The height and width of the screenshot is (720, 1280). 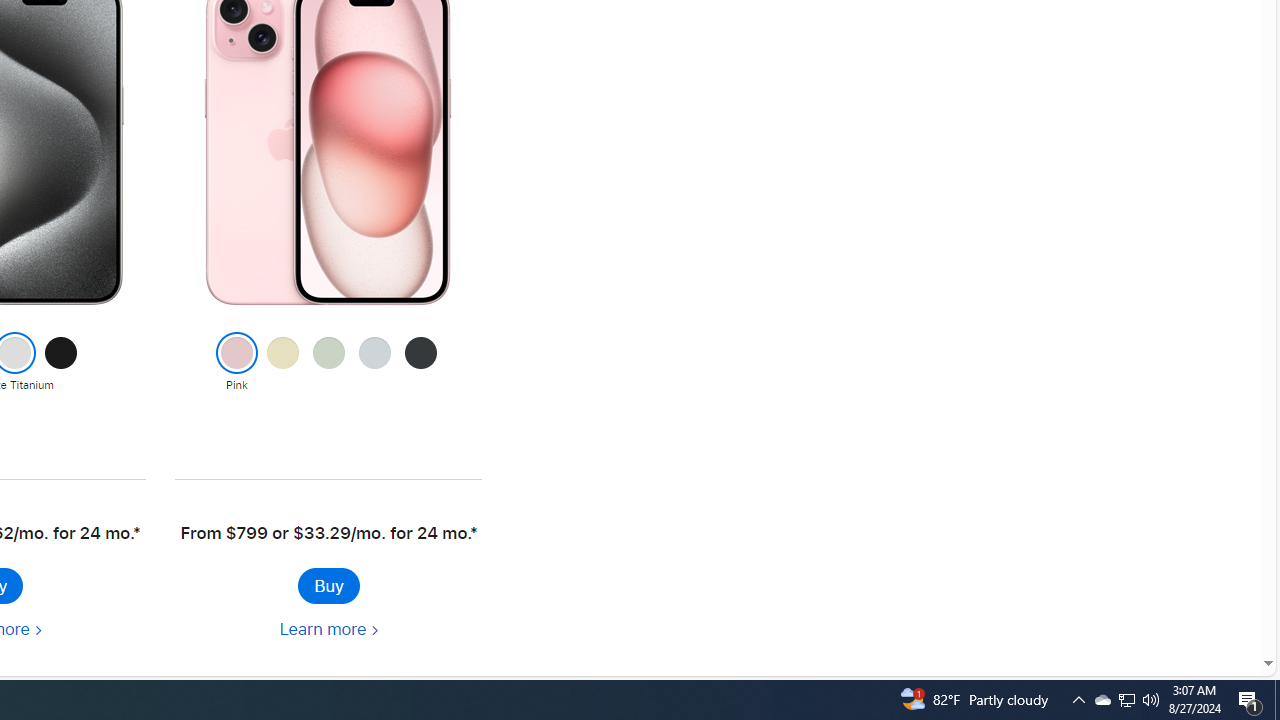 What do you see at coordinates (328, 585) in the screenshot?
I see `'Buy iPhone 15'` at bounding box center [328, 585].